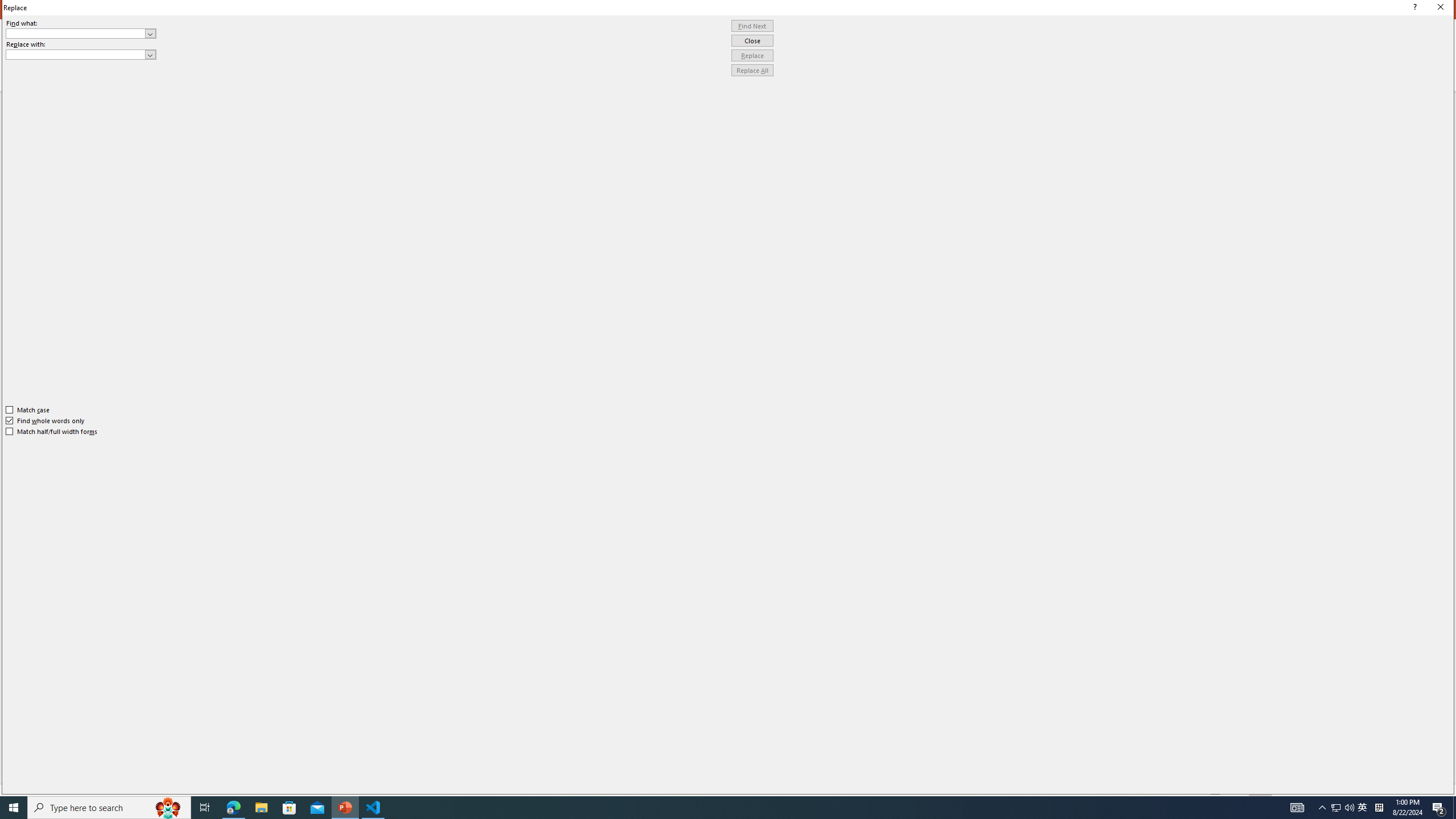 Image resolution: width=1456 pixels, height=819 pixels. I want to click on 'Replace All', so click(752, 69).